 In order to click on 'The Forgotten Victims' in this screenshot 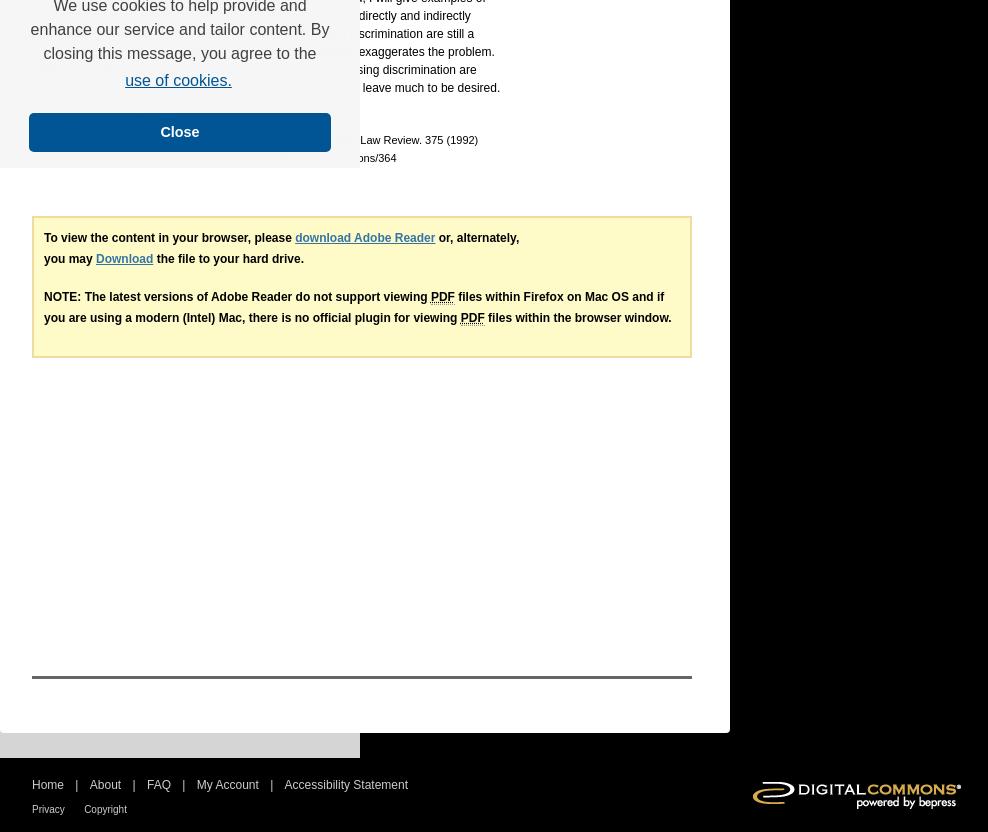, I will do `click(120, 139)`.